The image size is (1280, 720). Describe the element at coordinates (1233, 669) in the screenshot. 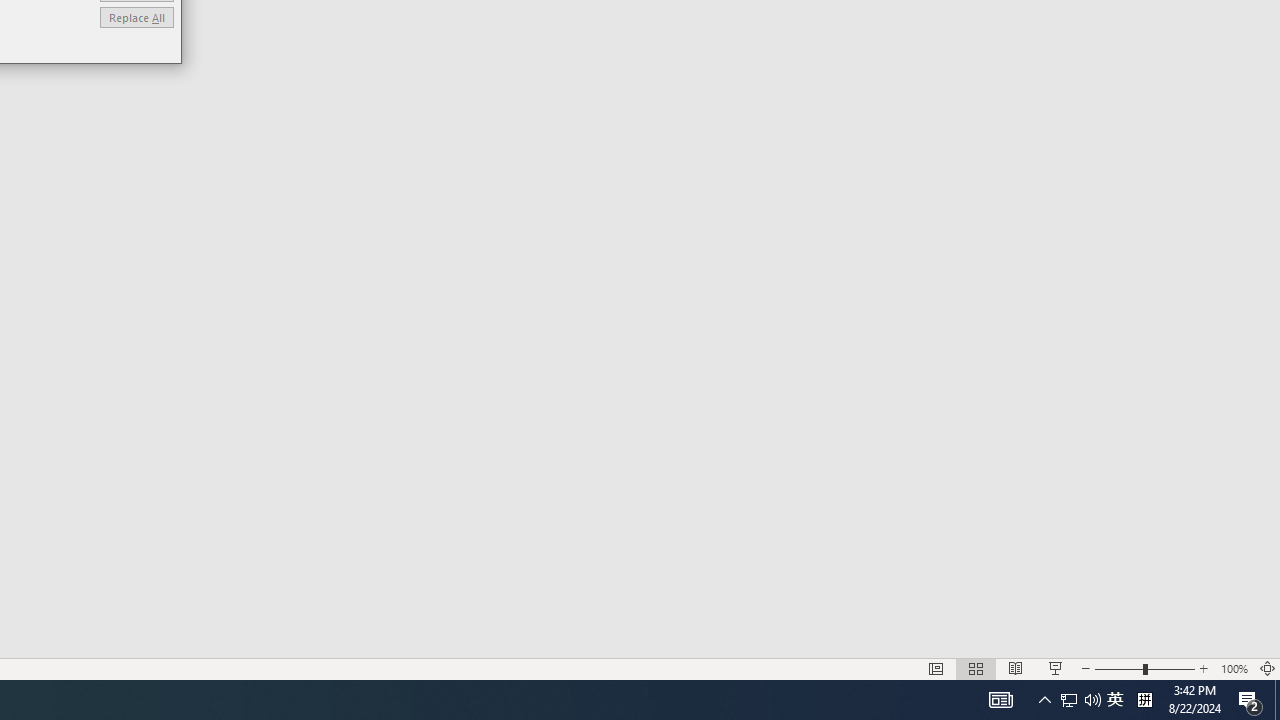

I see `'Zoom 100%'` at that location.